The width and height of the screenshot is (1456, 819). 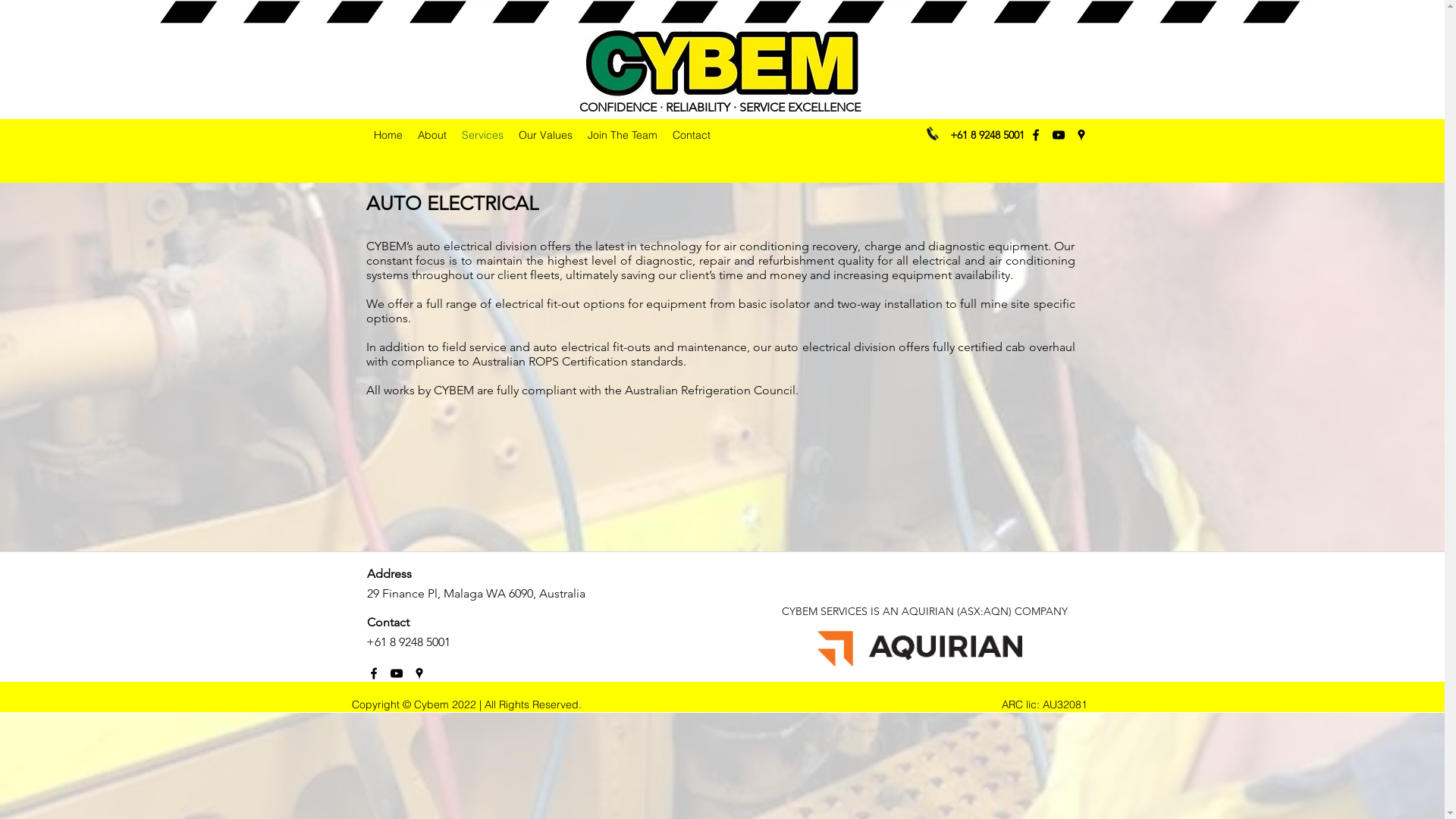 I want to click on 'About', so click(x=431, y=133).